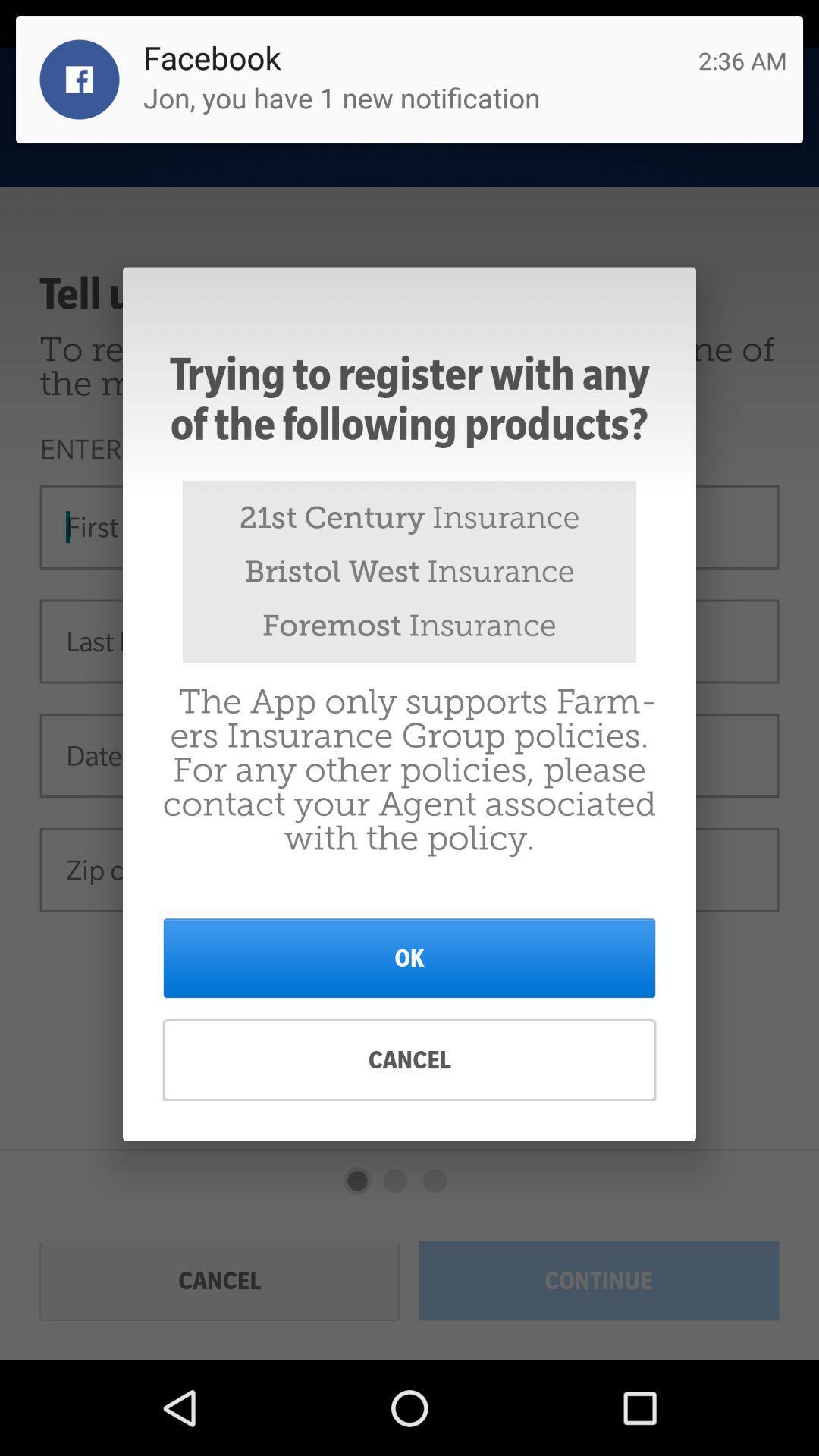  Describe the element at coordinates (409, 1059) in the screenshot. I see `item below the ok item` at that location.